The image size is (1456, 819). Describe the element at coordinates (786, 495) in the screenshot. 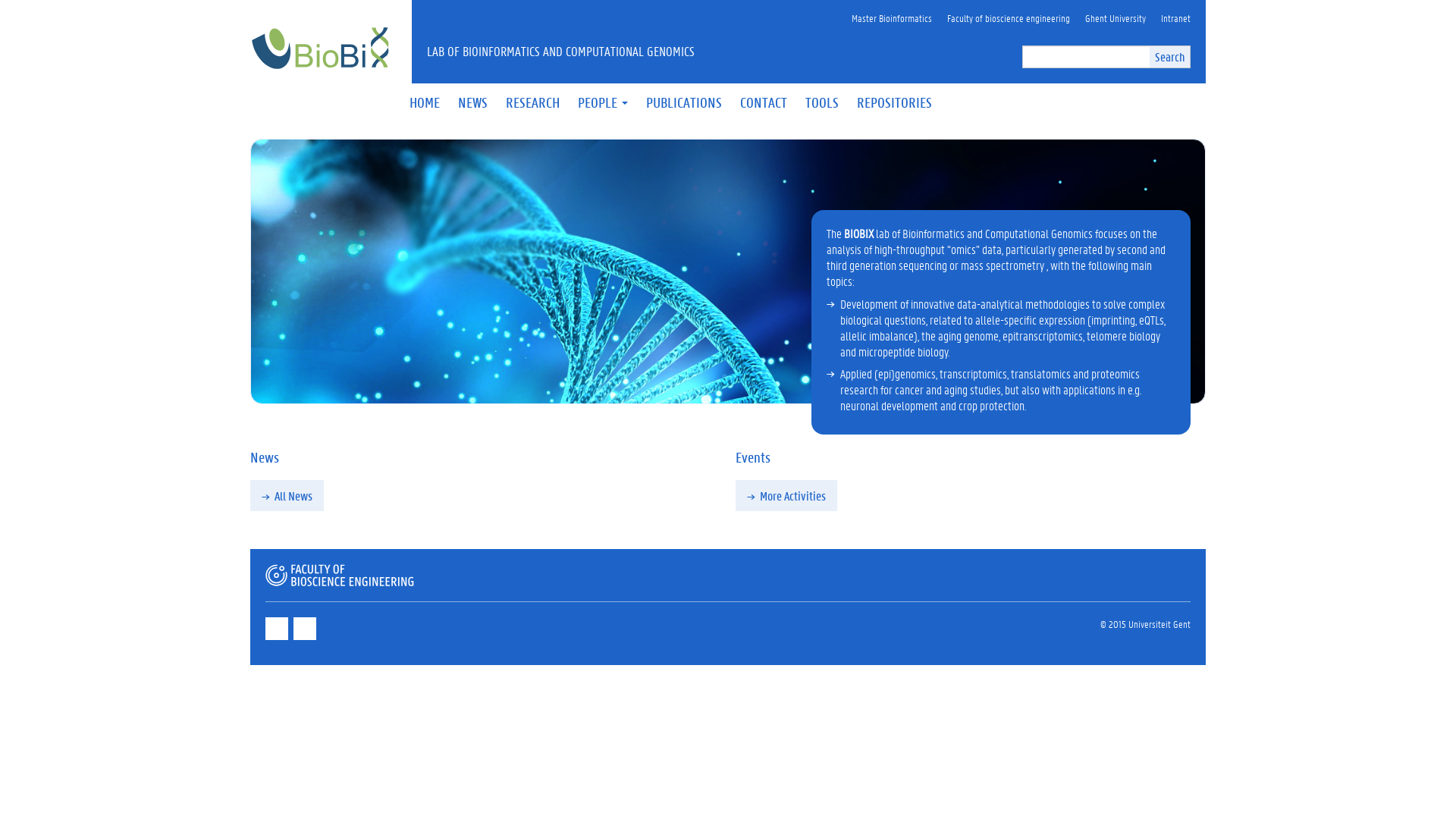

I see `'More Activities'` at that location.